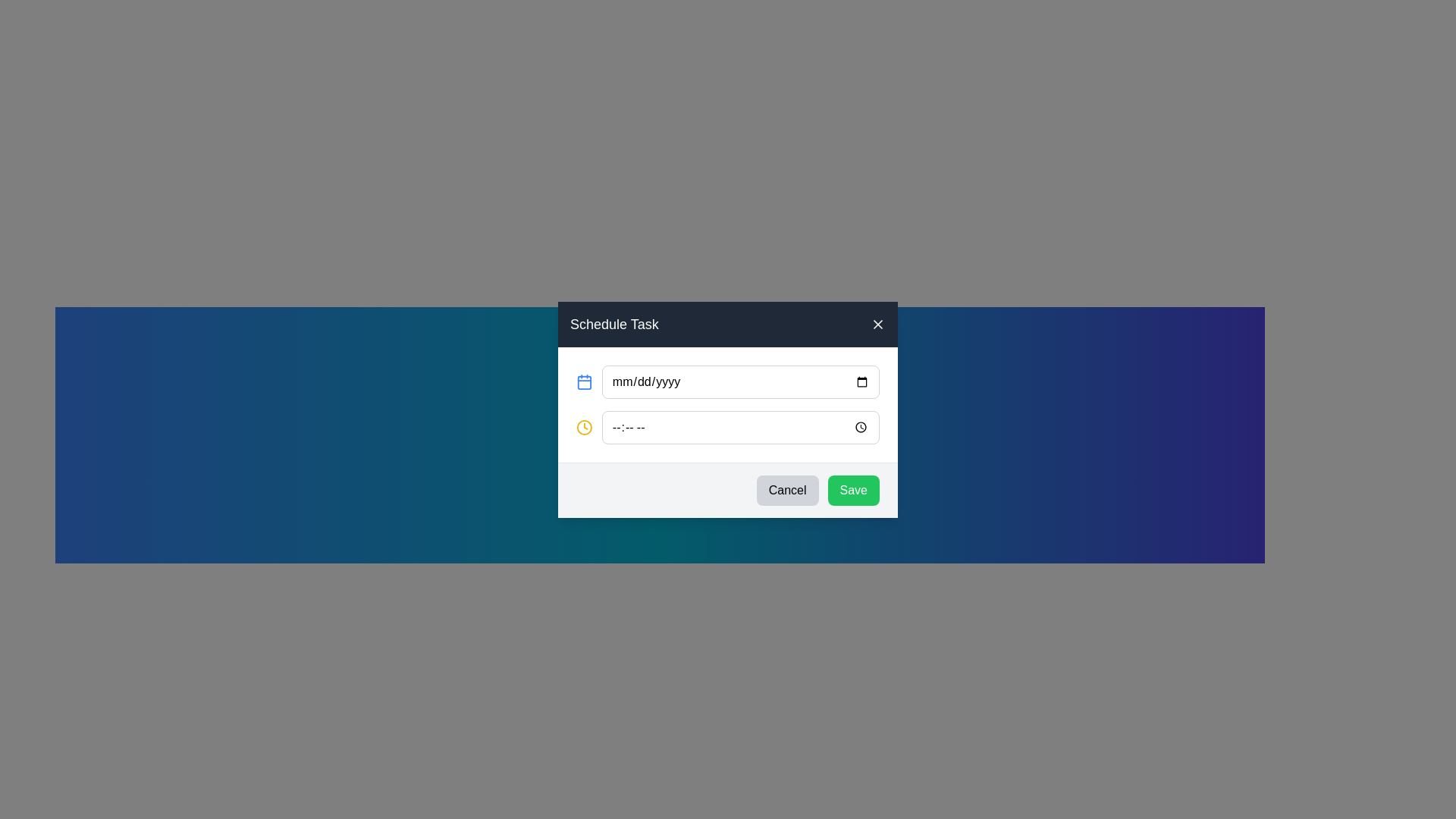  I want to click on a time from the time picker in the centered scheduling dialog that allows users to schedule a task, so click(728, 409).